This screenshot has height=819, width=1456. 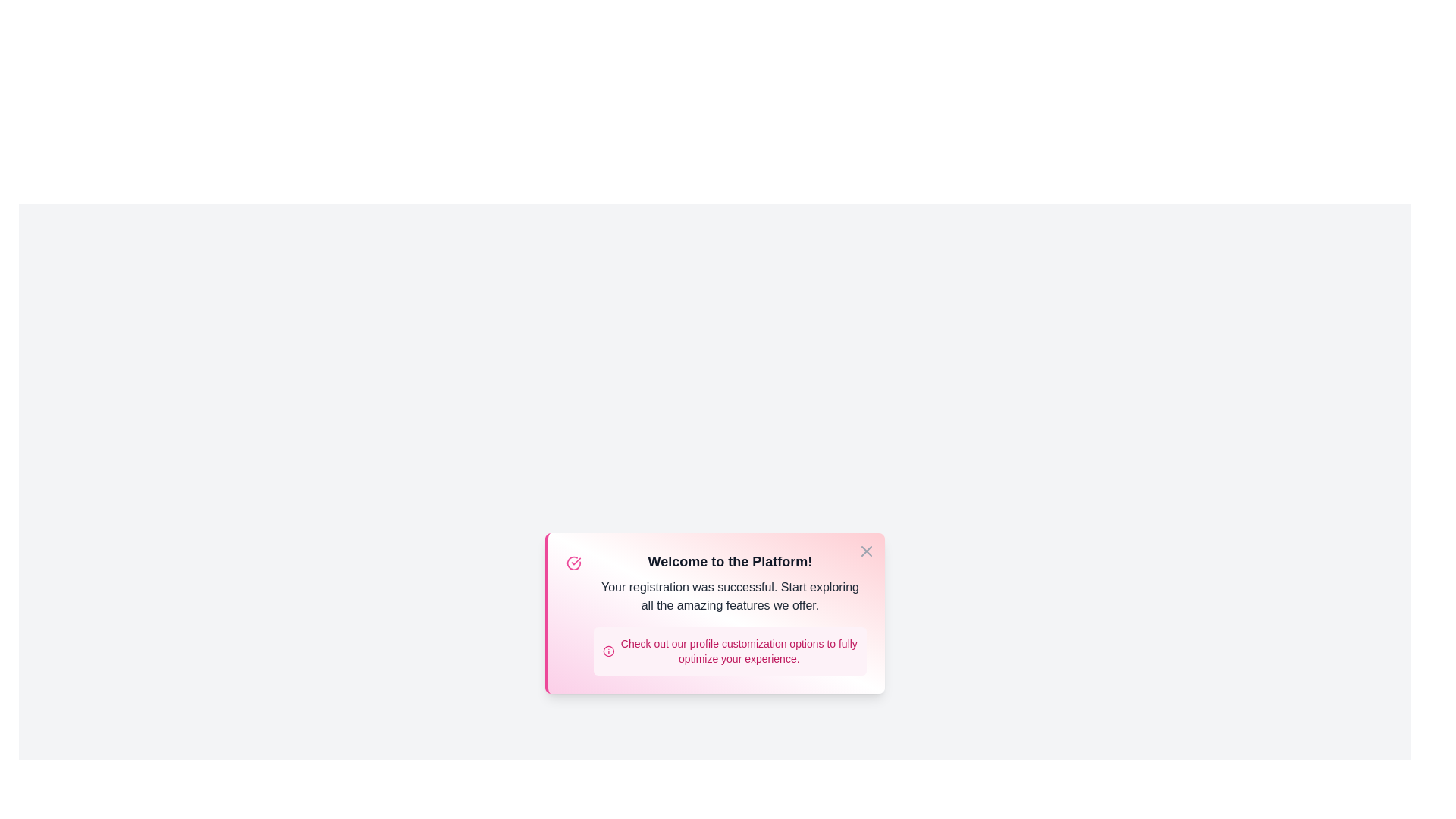 What do you see at coordinates (729, 651) in the screenshot?
I see `the informational section inside the alert` at bounding box center [729, 651].